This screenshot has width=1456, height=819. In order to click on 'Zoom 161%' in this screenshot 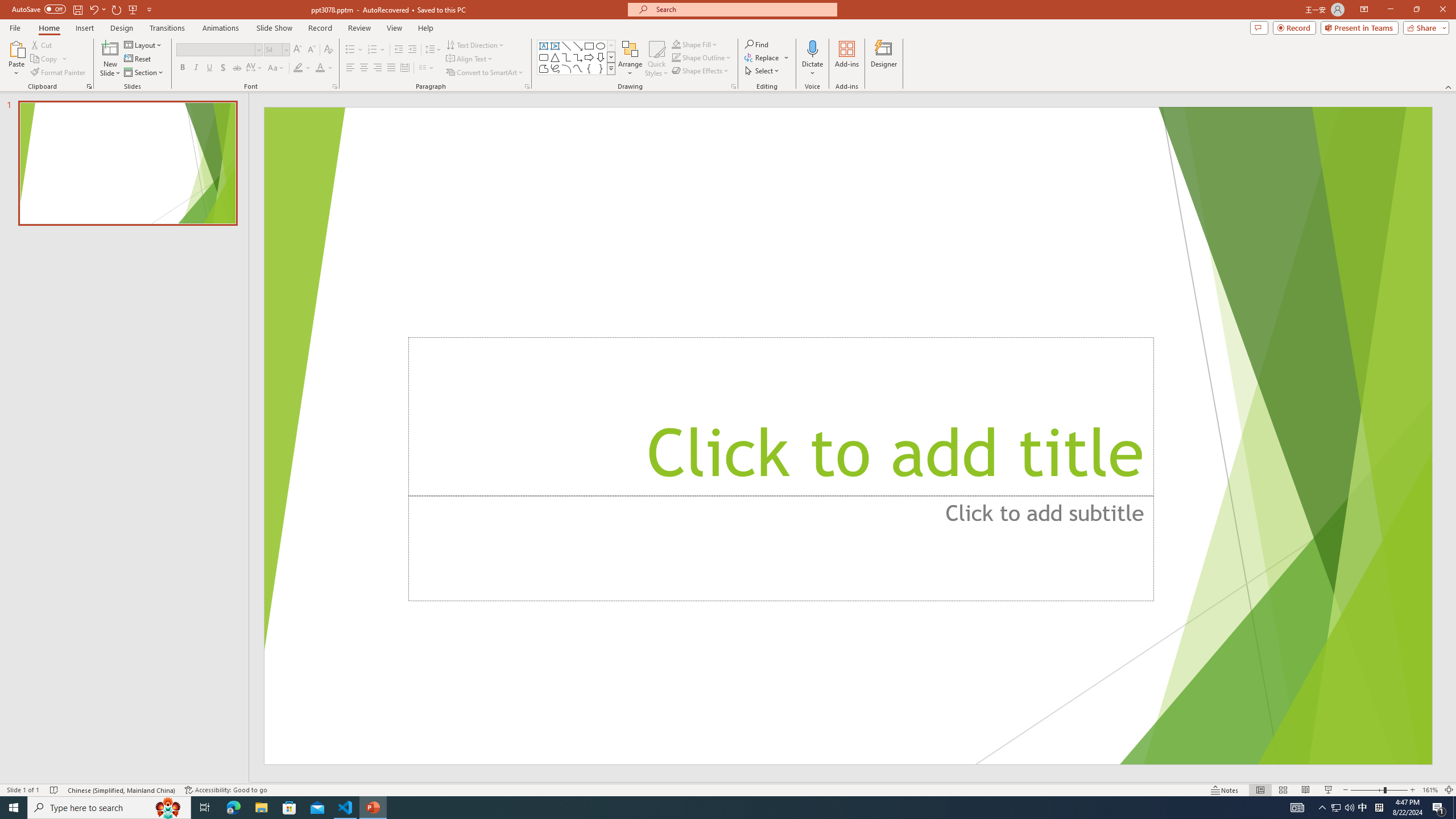, I will do `click(1430, 790)`.